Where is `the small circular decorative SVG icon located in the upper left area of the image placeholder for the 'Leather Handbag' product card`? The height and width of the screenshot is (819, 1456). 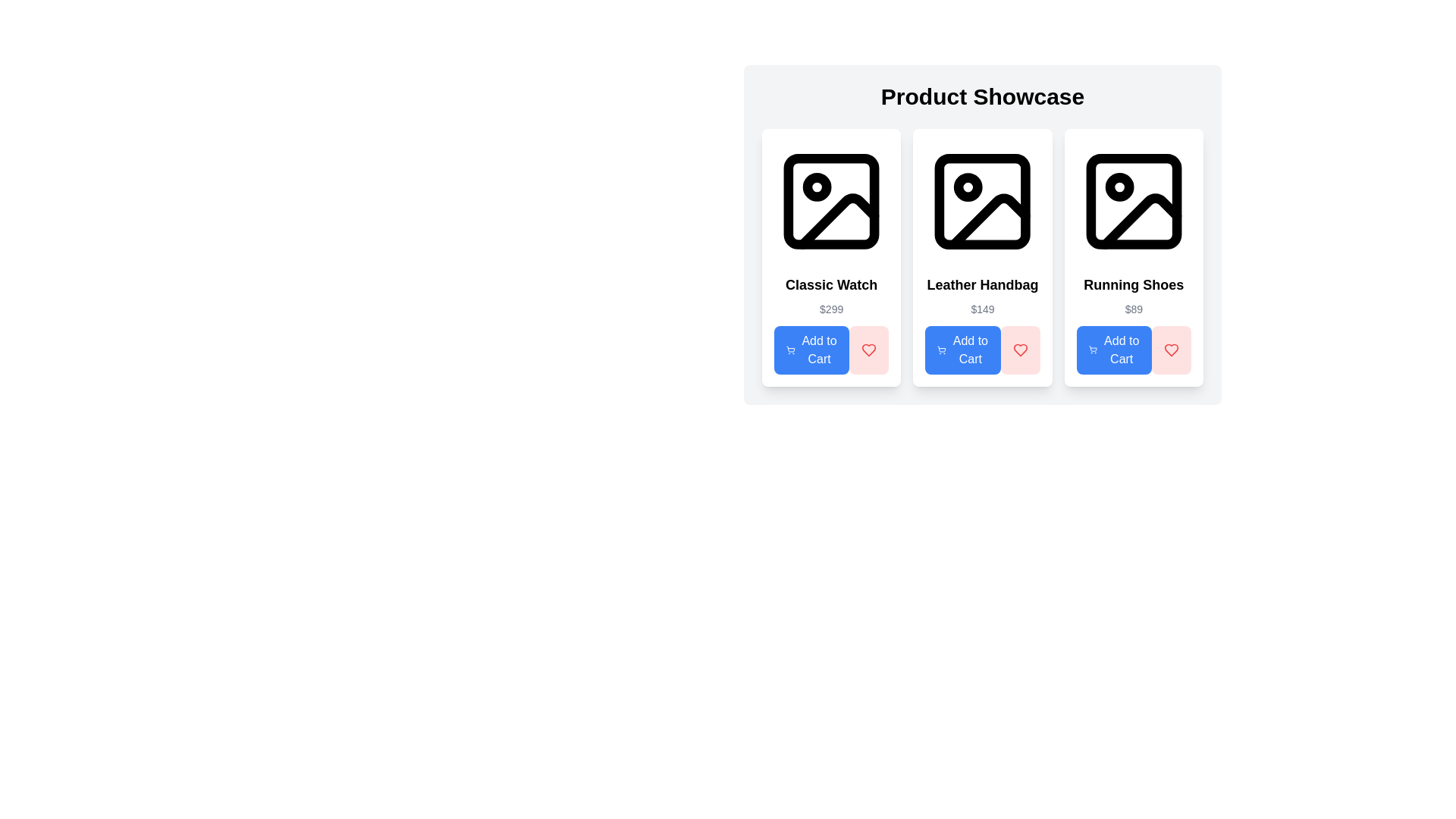 the small circular decorative SVG icon located in the upper left area of the image placeholder for the 'Leather Handbag' product card is located at coordinates (967, 187).